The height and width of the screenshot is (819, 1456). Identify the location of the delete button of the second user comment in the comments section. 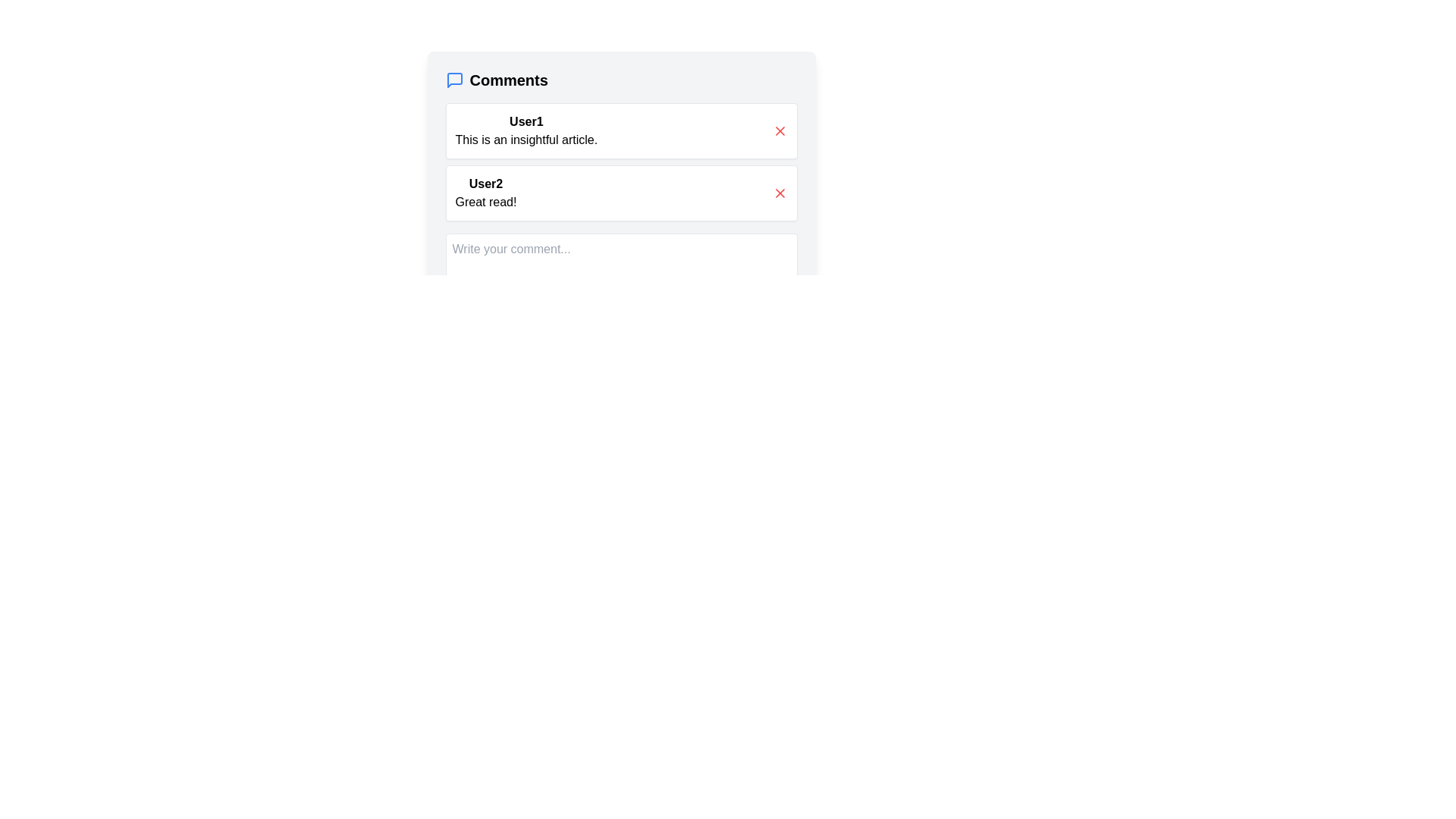
(621, 209).